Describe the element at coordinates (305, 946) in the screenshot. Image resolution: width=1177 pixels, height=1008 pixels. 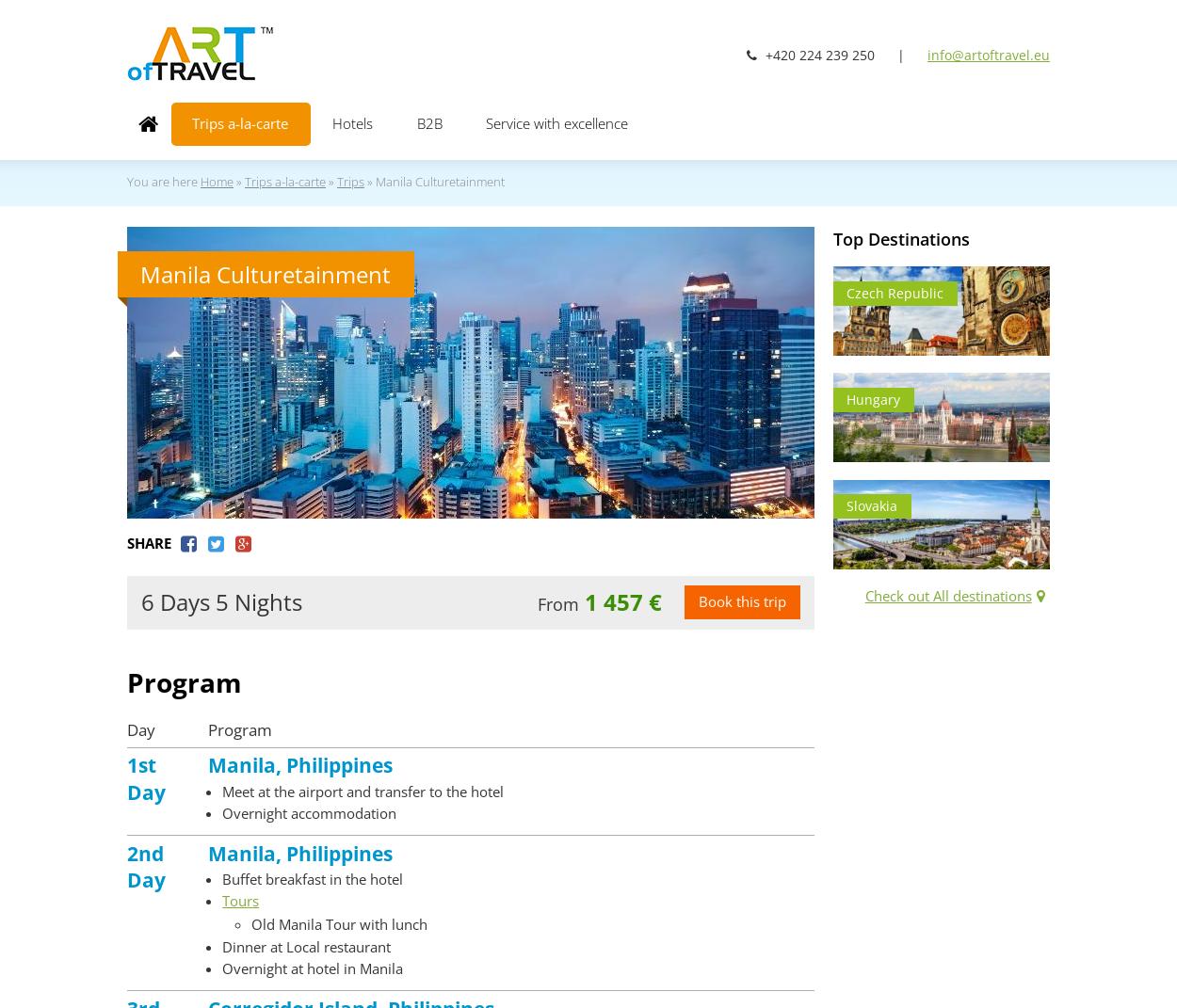
I see `'Dinner at Local restaurant'` at that location.